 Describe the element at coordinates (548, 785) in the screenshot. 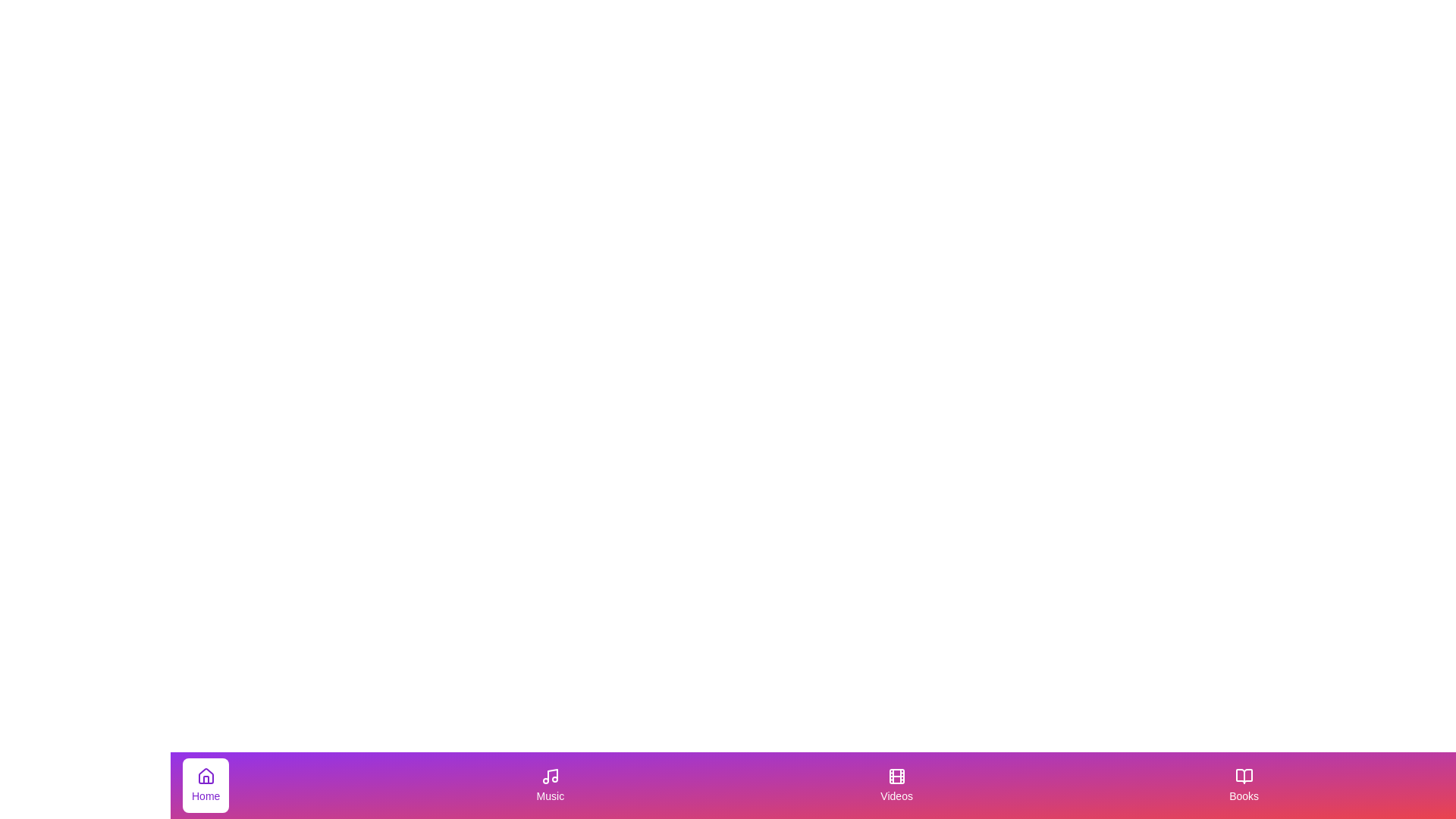

I see `the Music button to switch to the corresponding tab` at that location.